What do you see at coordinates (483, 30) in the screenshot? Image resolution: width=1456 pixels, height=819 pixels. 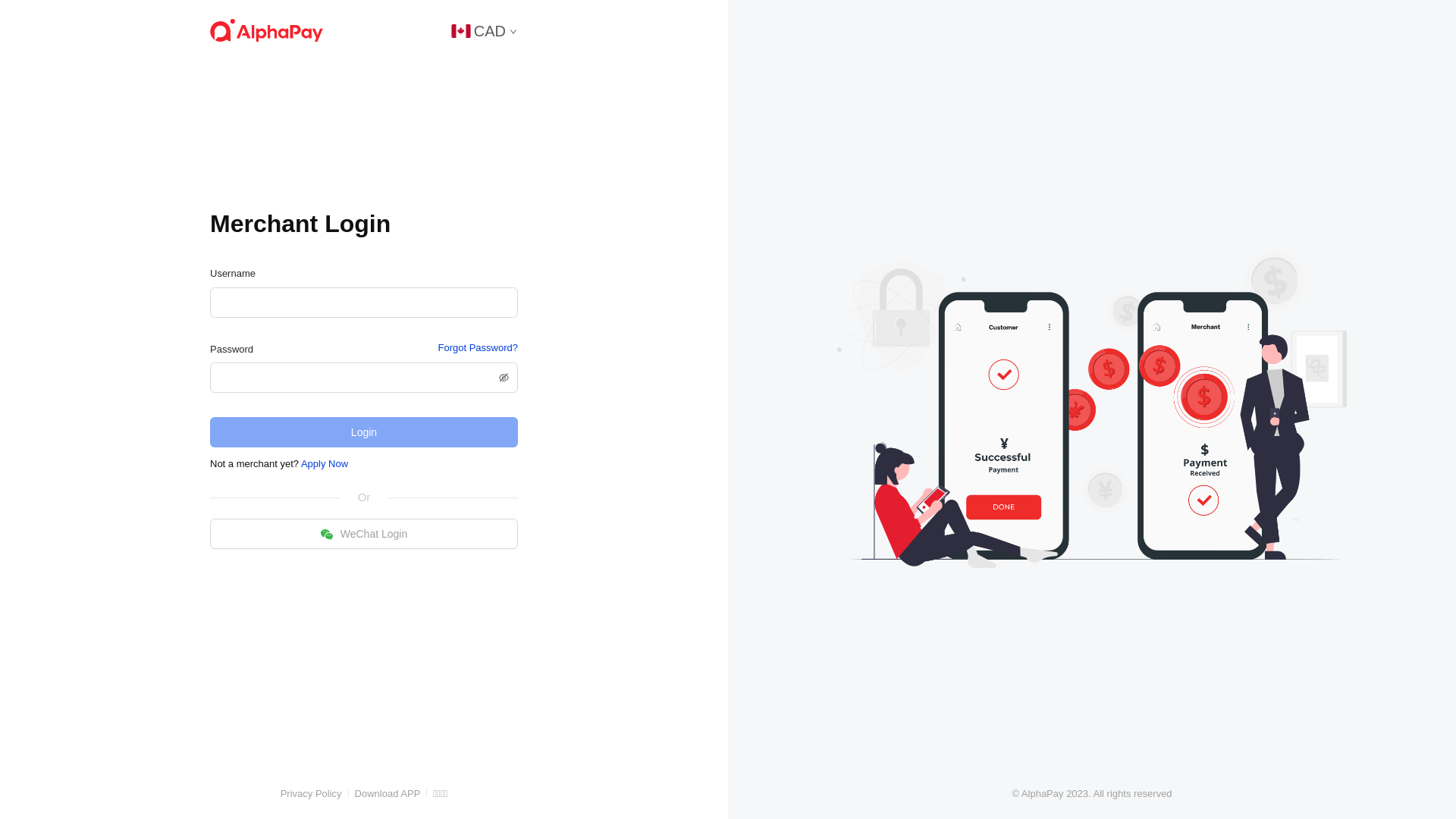 I see `'CAD'` at bounding box center [483, 30].